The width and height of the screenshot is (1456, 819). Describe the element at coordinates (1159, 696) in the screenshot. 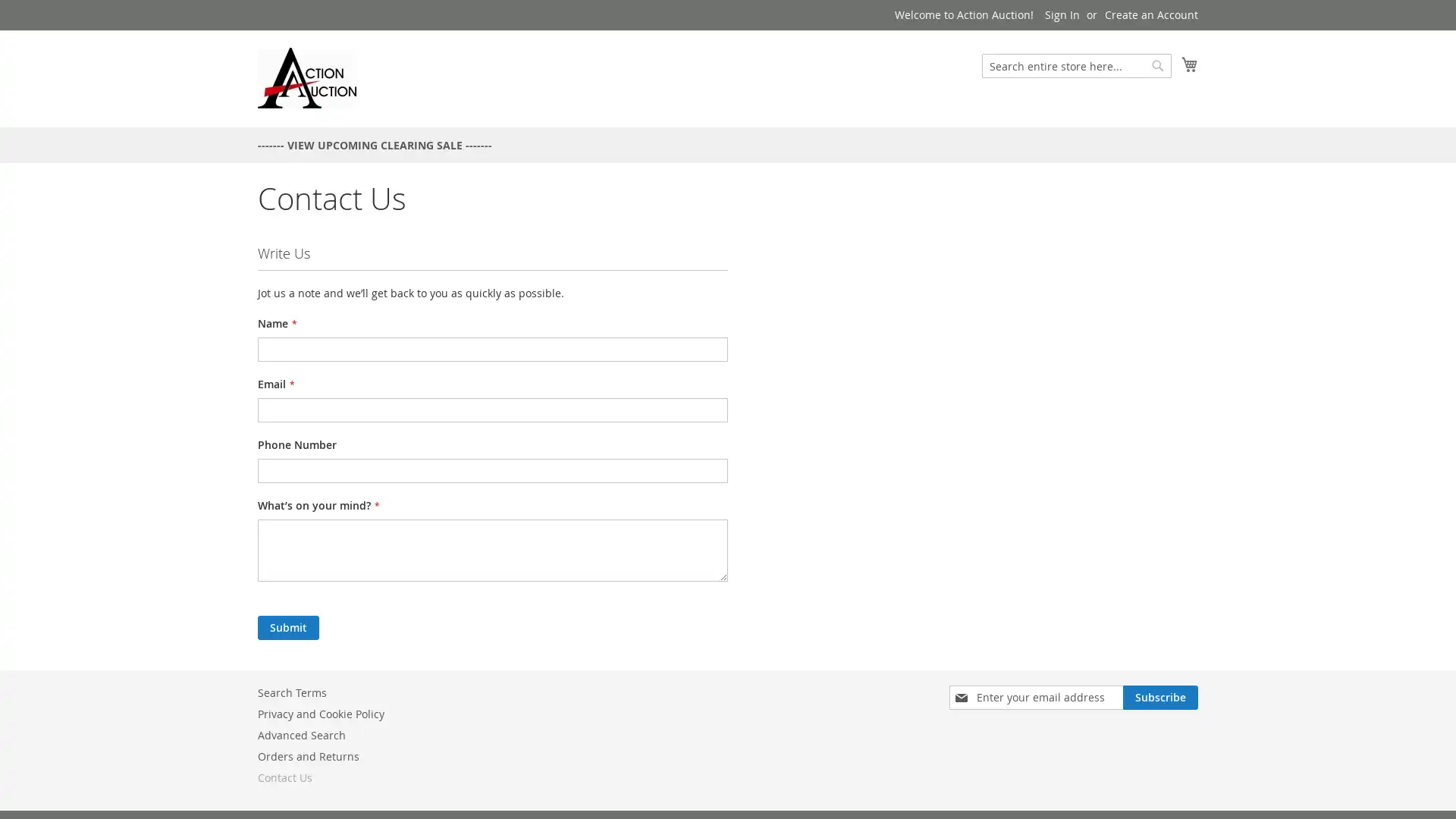

I see `Subscribe` at that location.